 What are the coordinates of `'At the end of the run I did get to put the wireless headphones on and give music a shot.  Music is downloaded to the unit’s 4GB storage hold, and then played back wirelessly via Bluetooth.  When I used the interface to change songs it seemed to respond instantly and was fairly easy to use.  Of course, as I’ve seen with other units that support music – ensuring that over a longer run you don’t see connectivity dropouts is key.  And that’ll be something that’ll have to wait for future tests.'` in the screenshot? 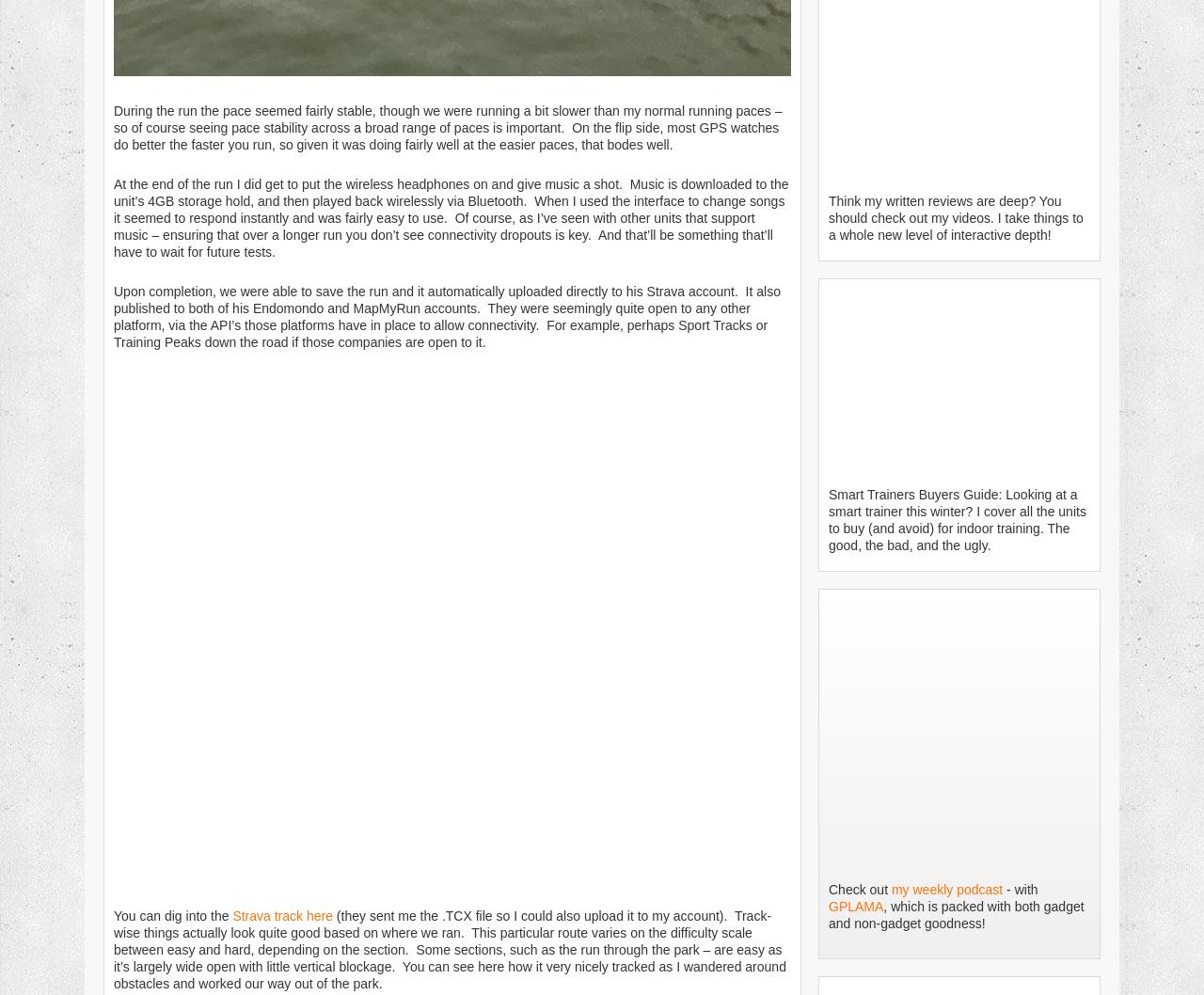 It's located at (112, 216).